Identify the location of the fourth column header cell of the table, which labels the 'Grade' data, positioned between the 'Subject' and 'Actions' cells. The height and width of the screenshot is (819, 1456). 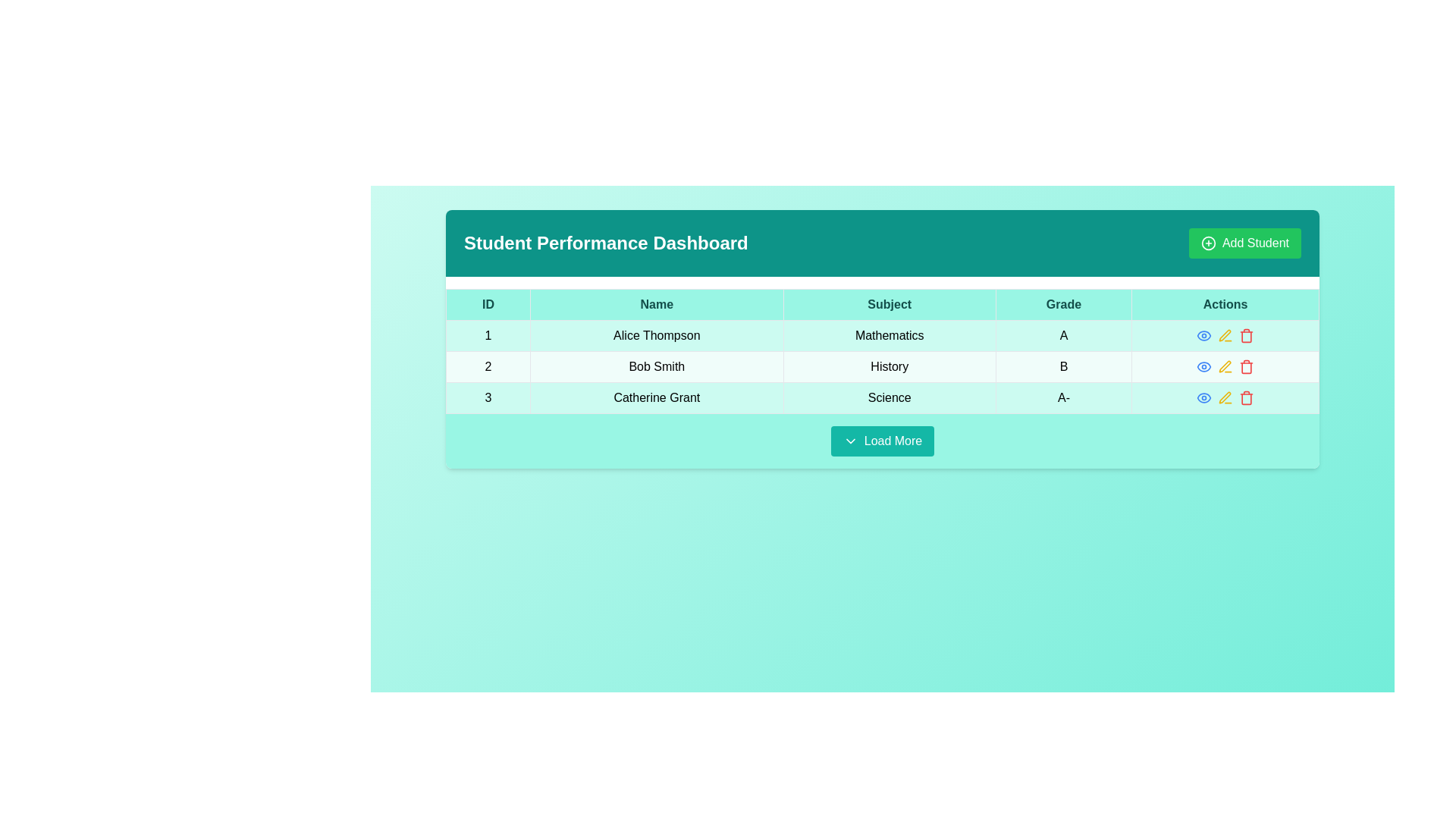
(1062, 304).